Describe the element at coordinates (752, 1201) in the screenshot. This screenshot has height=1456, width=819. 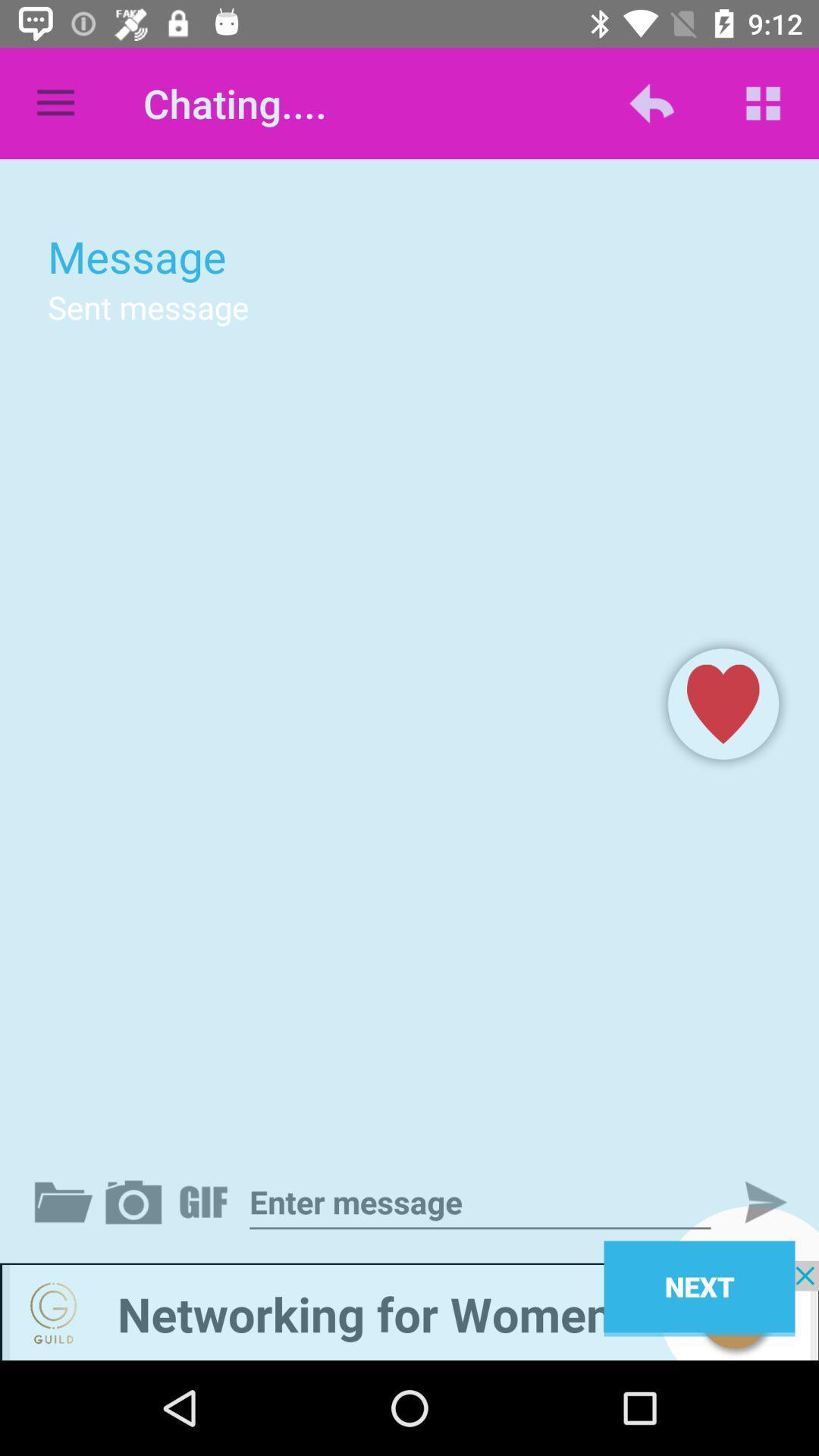
I see `send message` at that location.